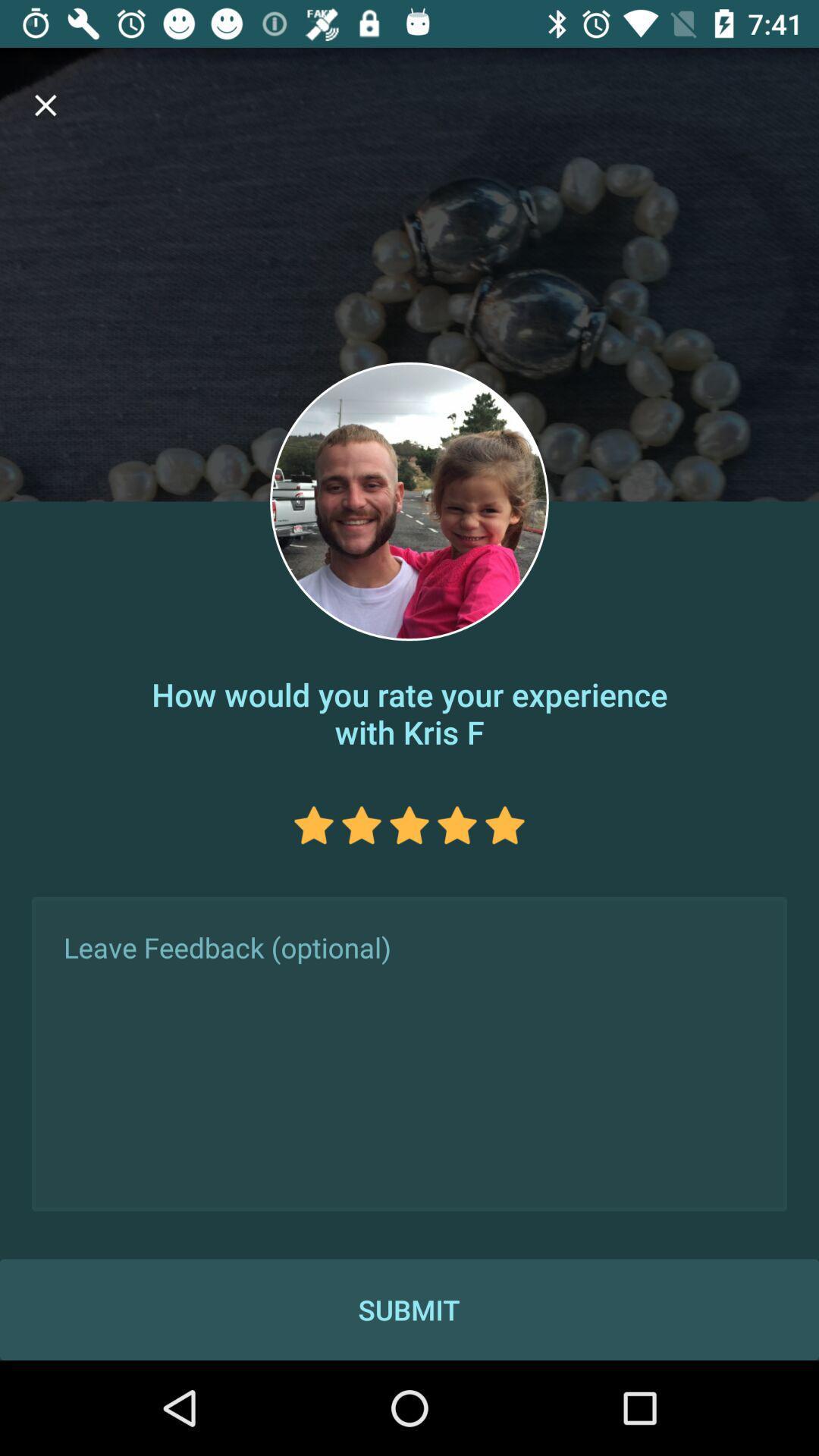 This screenshot has height=1456, width=819. What do you see at coordinates (362, 824) in the screenshot?
I see `rate 2 stars` at bounding box center [362, 824].